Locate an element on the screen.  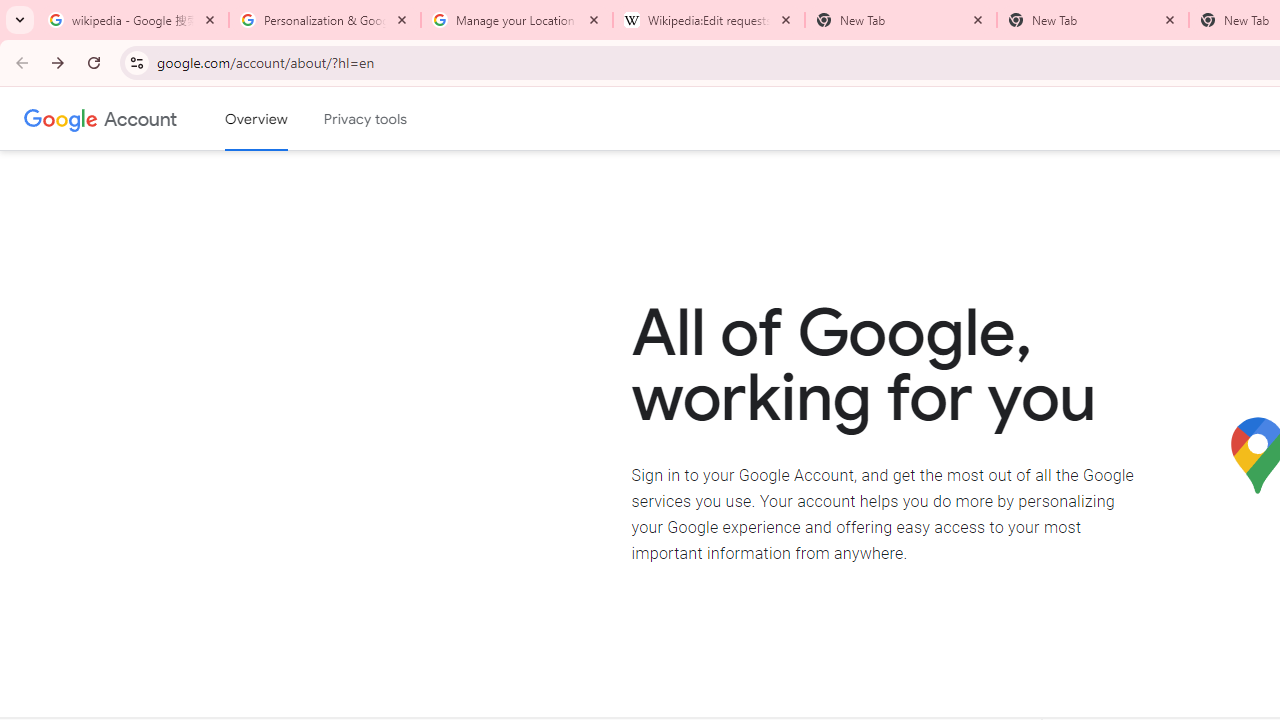
'Google Account overview' is located at coordinates (255, 119).